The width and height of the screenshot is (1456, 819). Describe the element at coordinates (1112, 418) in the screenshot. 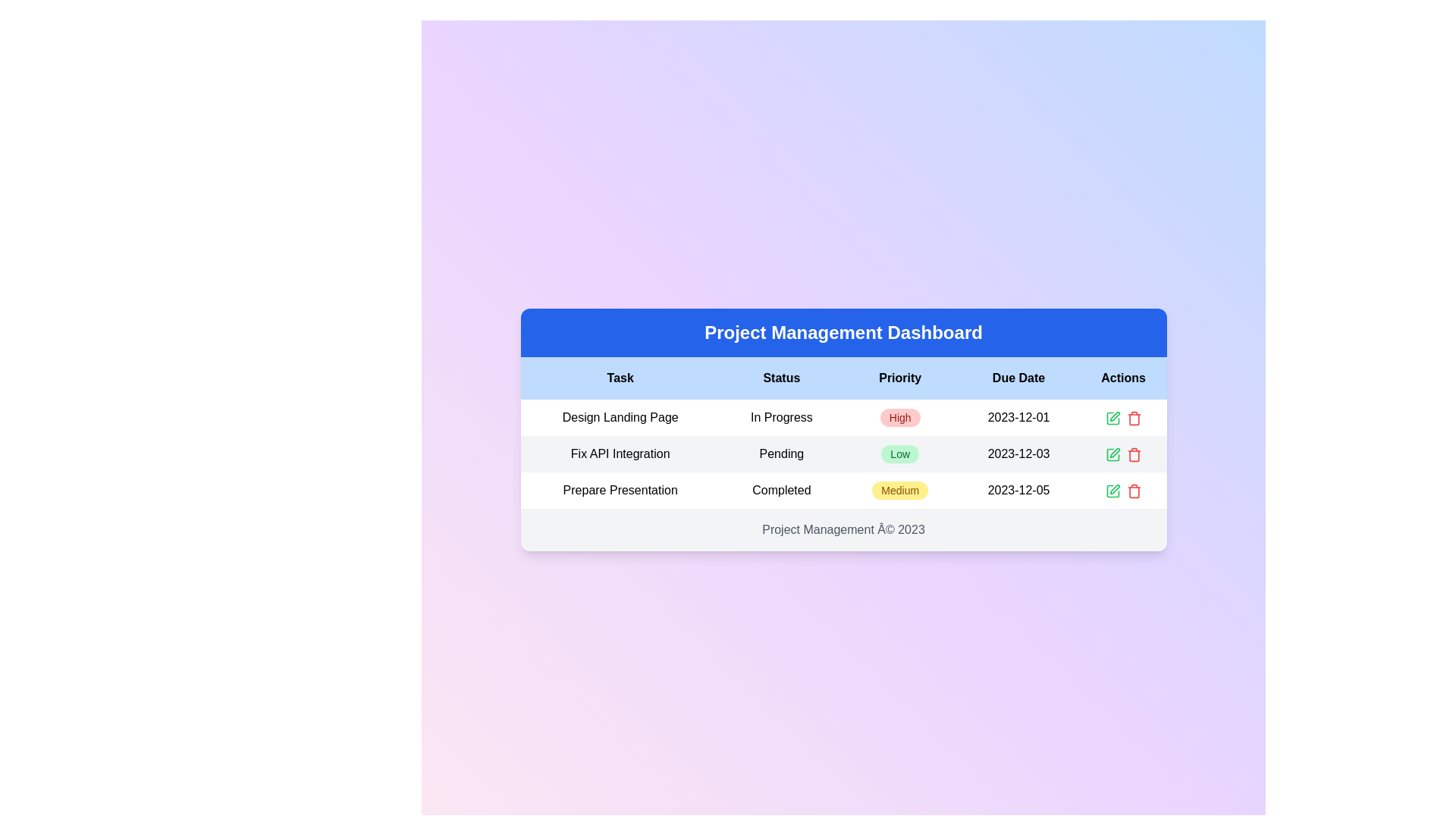

I see `the center of the edit icon located in the 'Actions' column of the second row ('Fix API Integration') in the project management table` at that location.